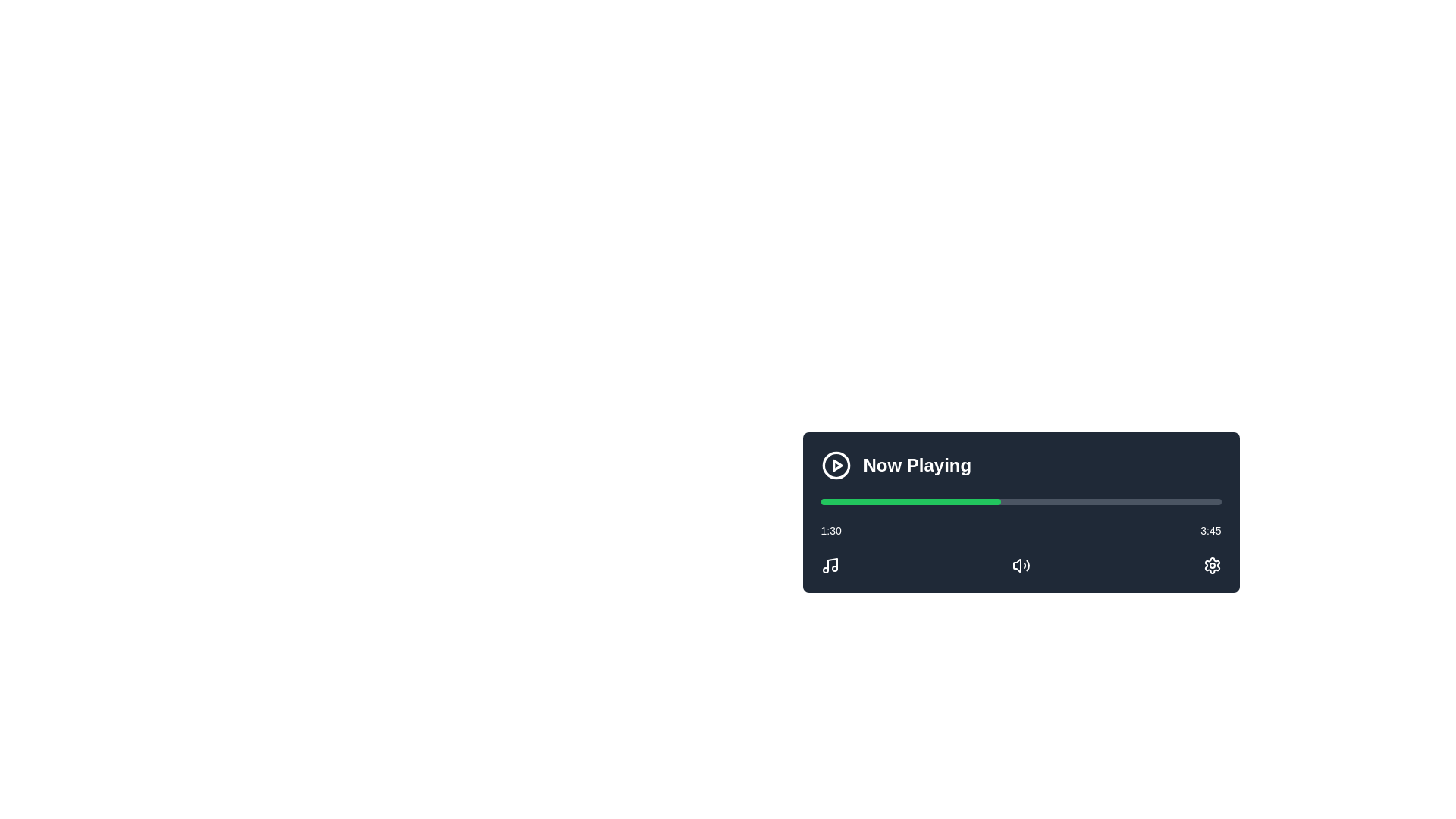 This screenshot has height=819, width=1456. I want to click on playback position, so click(1129, 502).